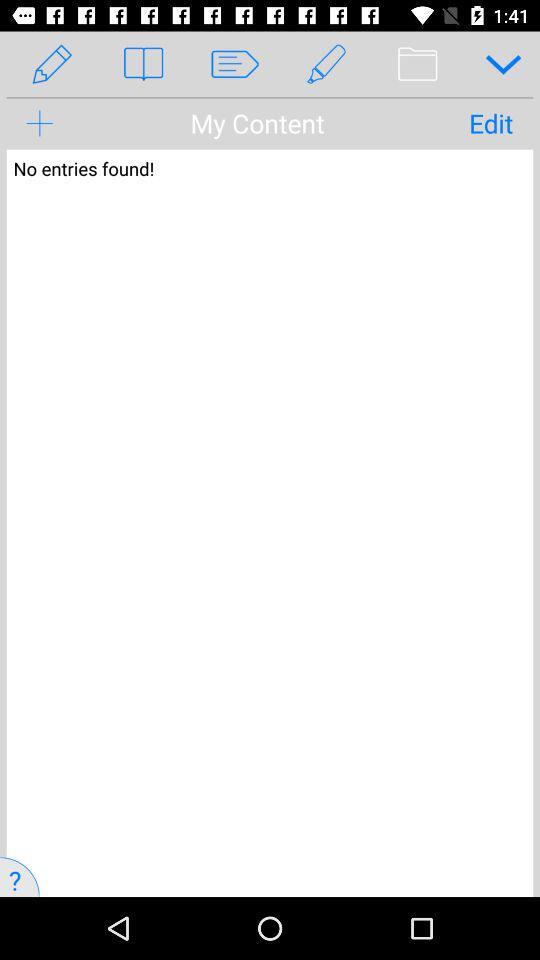  I want to click on the edit icon, so click(326, 64).